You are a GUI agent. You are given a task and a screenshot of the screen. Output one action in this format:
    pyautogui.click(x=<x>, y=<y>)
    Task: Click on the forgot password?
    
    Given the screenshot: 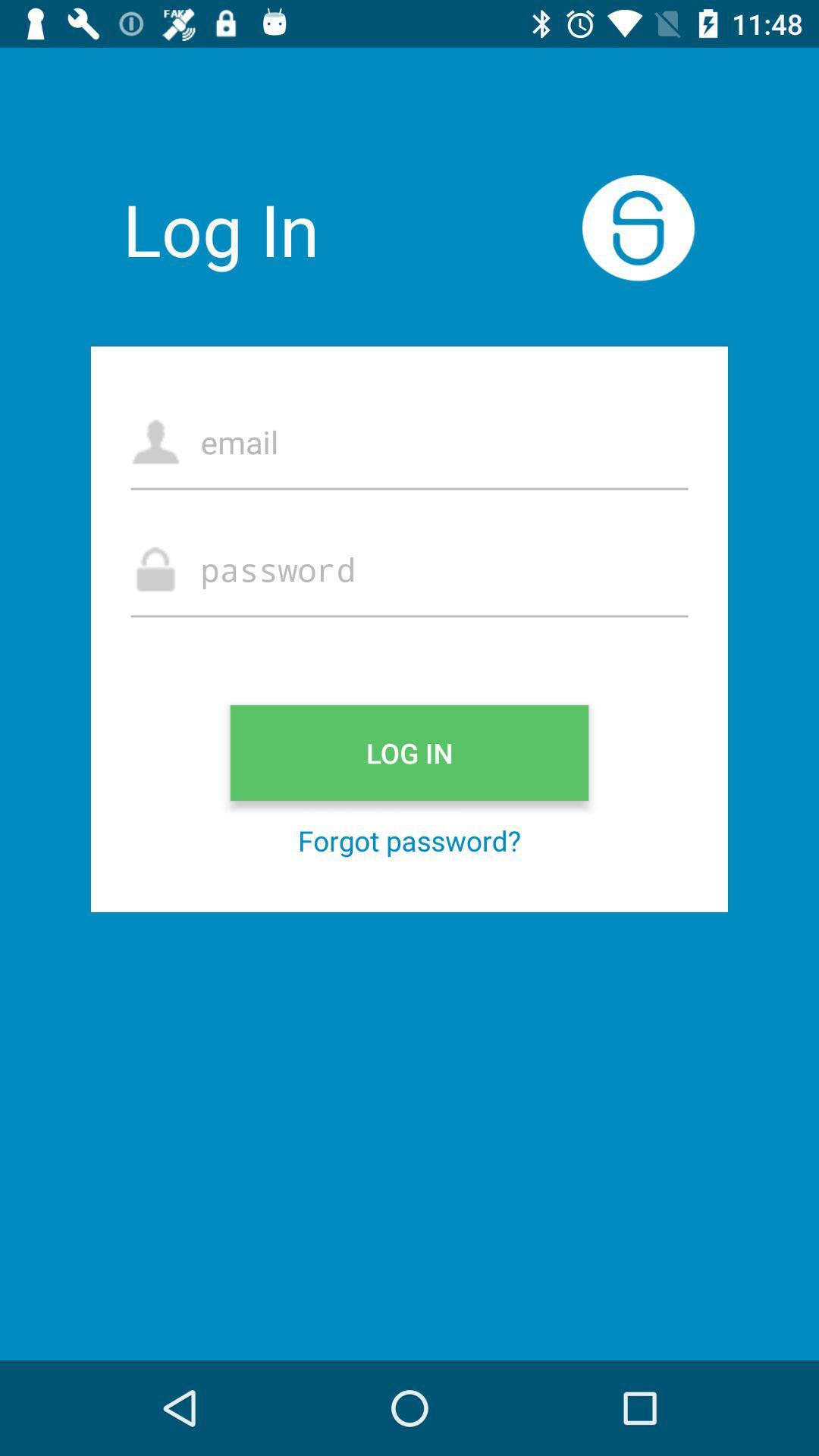 What is the action you would take?
    pyautogui.click(x=409, y=839)
    